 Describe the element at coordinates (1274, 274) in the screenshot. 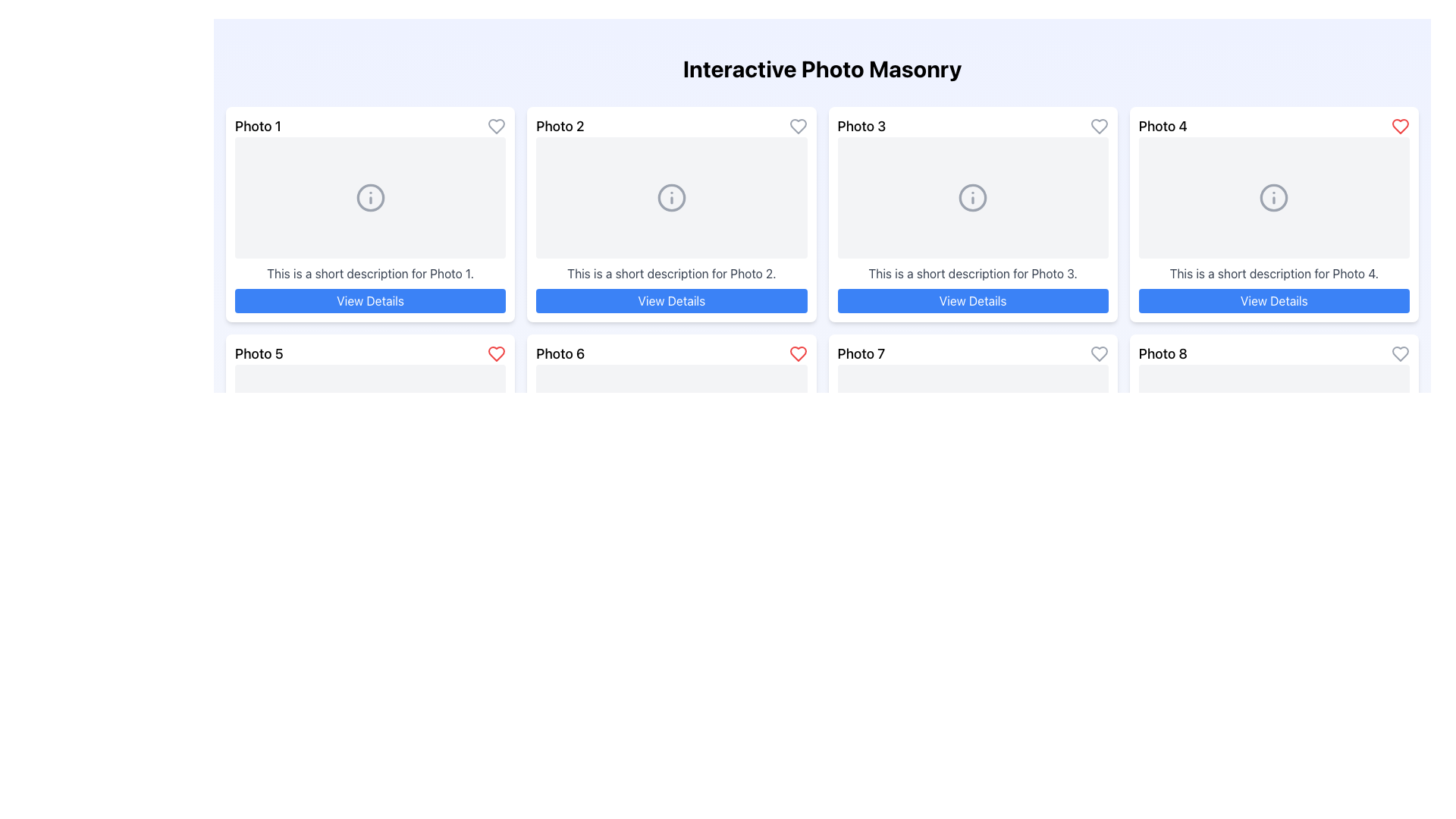

I see `the static text label stating 'This is a short description for Photo 4.' which is positioned directly below the image display area and above the 'View Details' button within the 'Photo 4' card` at that location.